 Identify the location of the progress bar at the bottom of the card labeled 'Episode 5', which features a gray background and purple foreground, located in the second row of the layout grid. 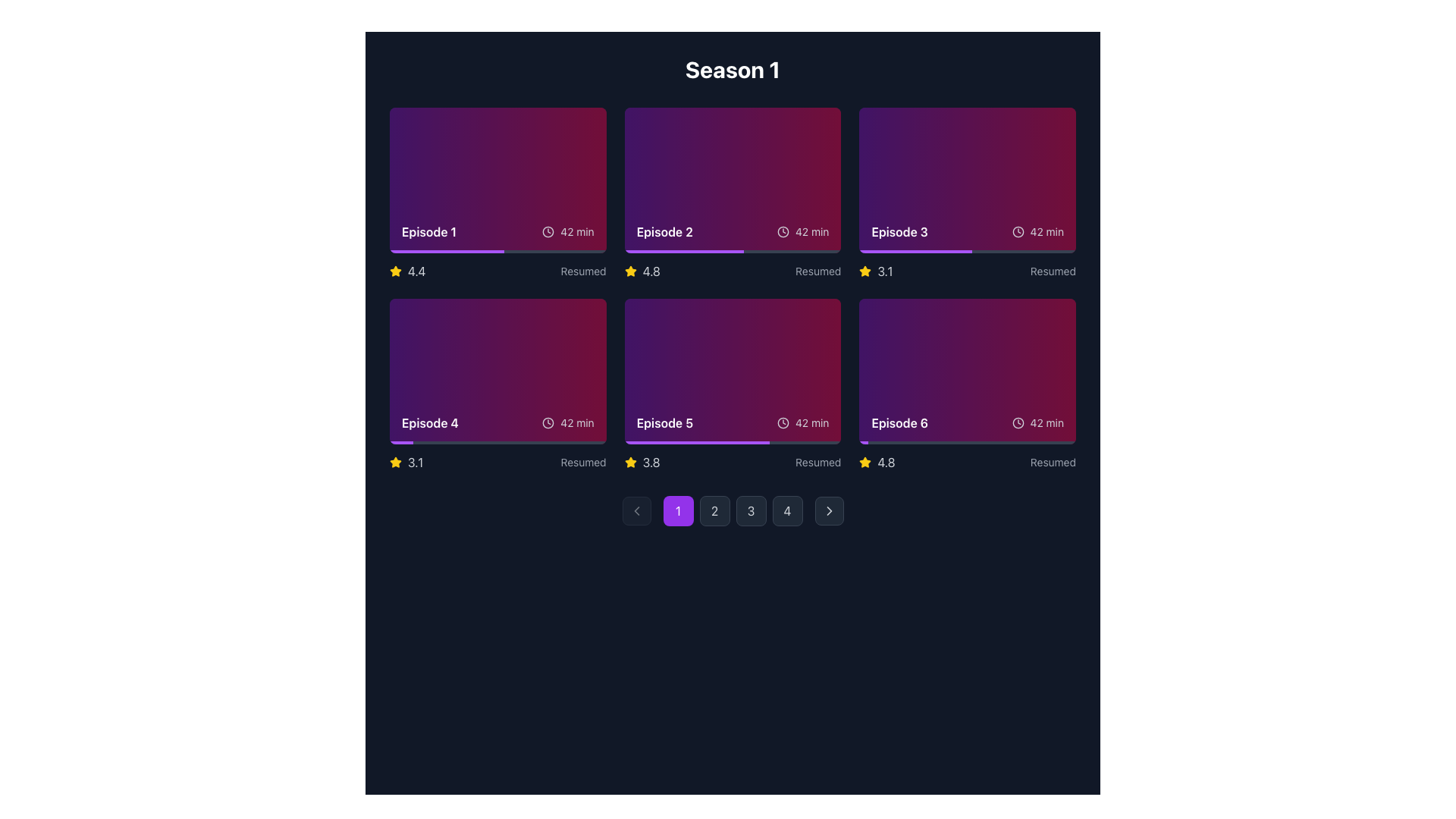
(733, 442).